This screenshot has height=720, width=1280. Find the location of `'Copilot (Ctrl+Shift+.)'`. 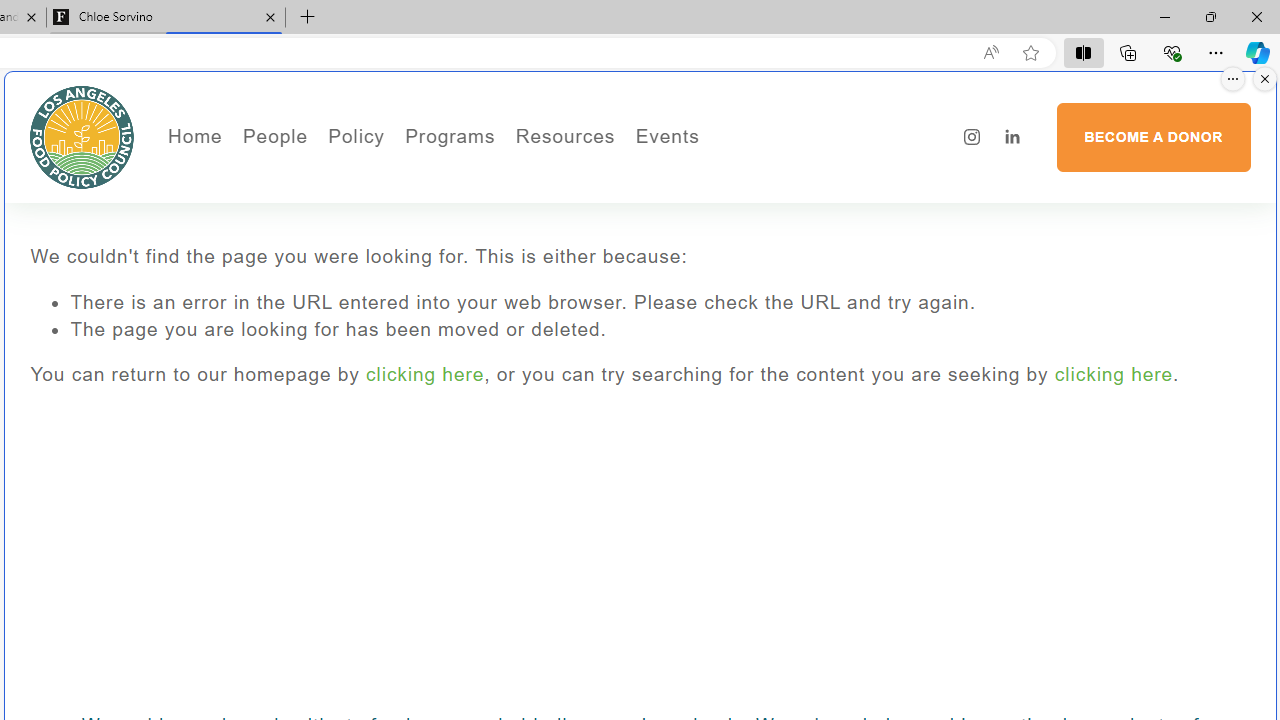

'Copilot (Ctrl+Shift+.)' is located at coordinates (1257, 51).